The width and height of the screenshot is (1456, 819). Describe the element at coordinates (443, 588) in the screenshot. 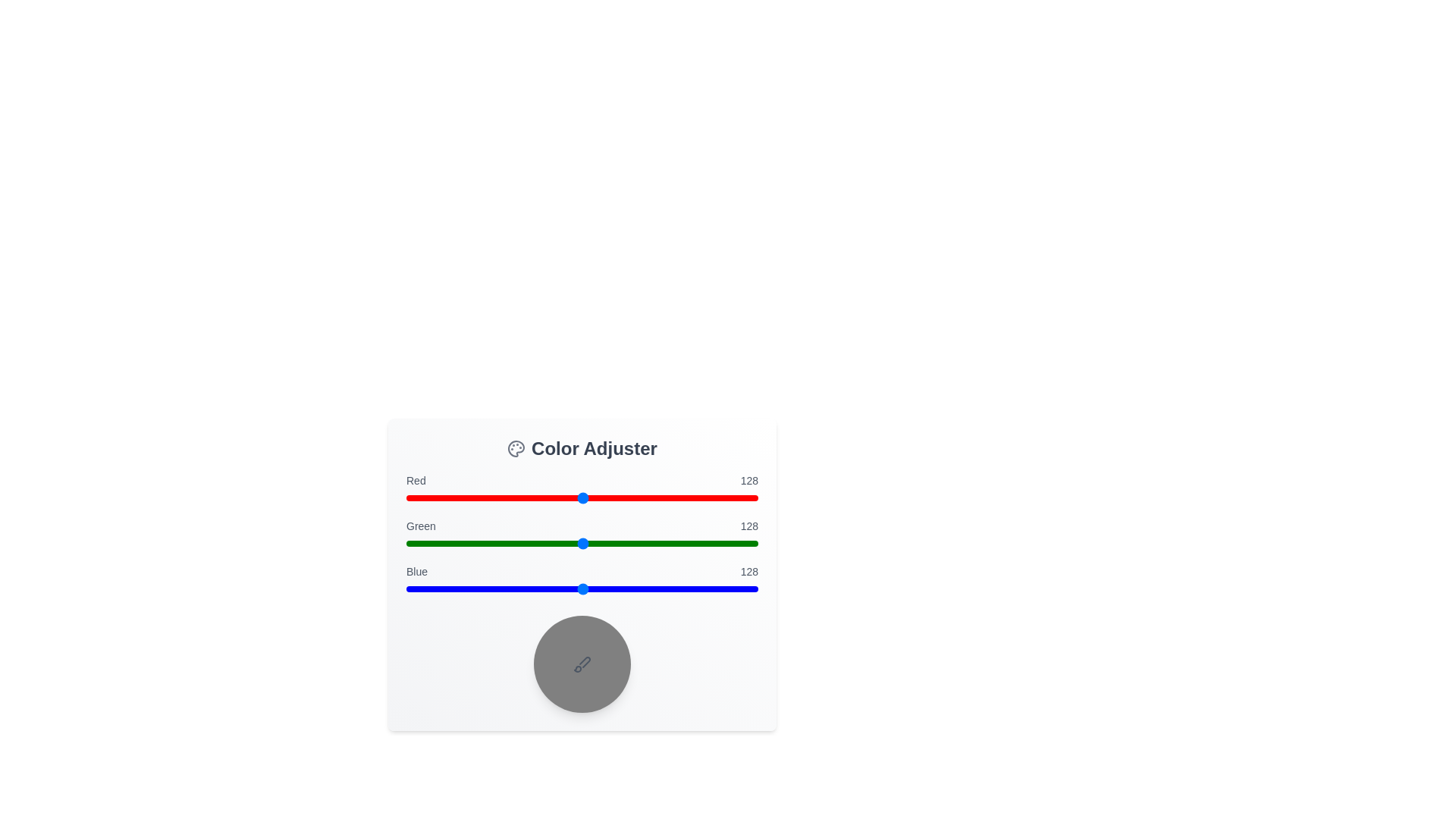

I see `the blue slider to set its value to 27` at that location.